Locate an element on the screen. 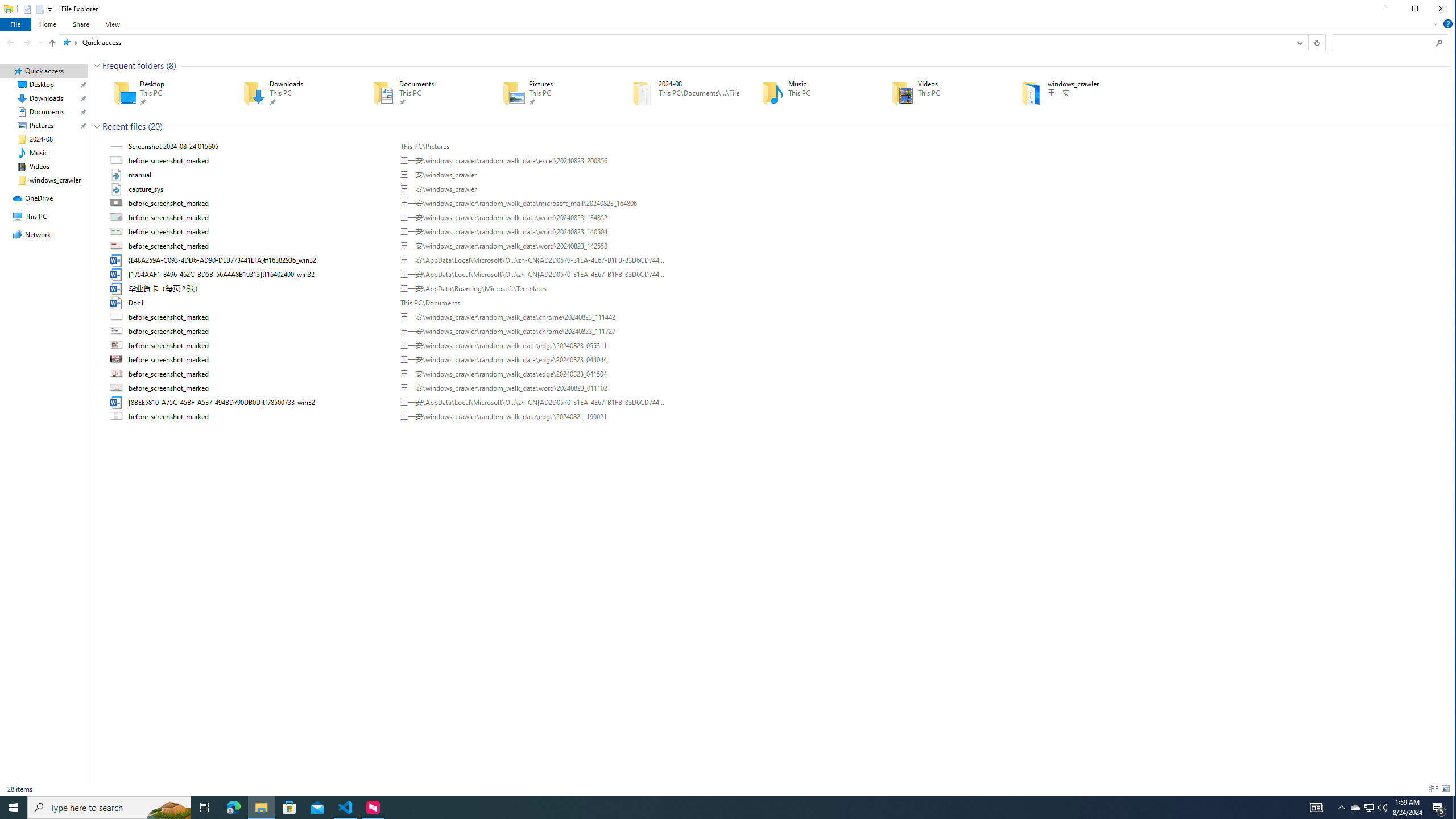 Image resolution: width=1456 pixels, height=819 pixels. 'Home' is located at coordinates (47, 24).